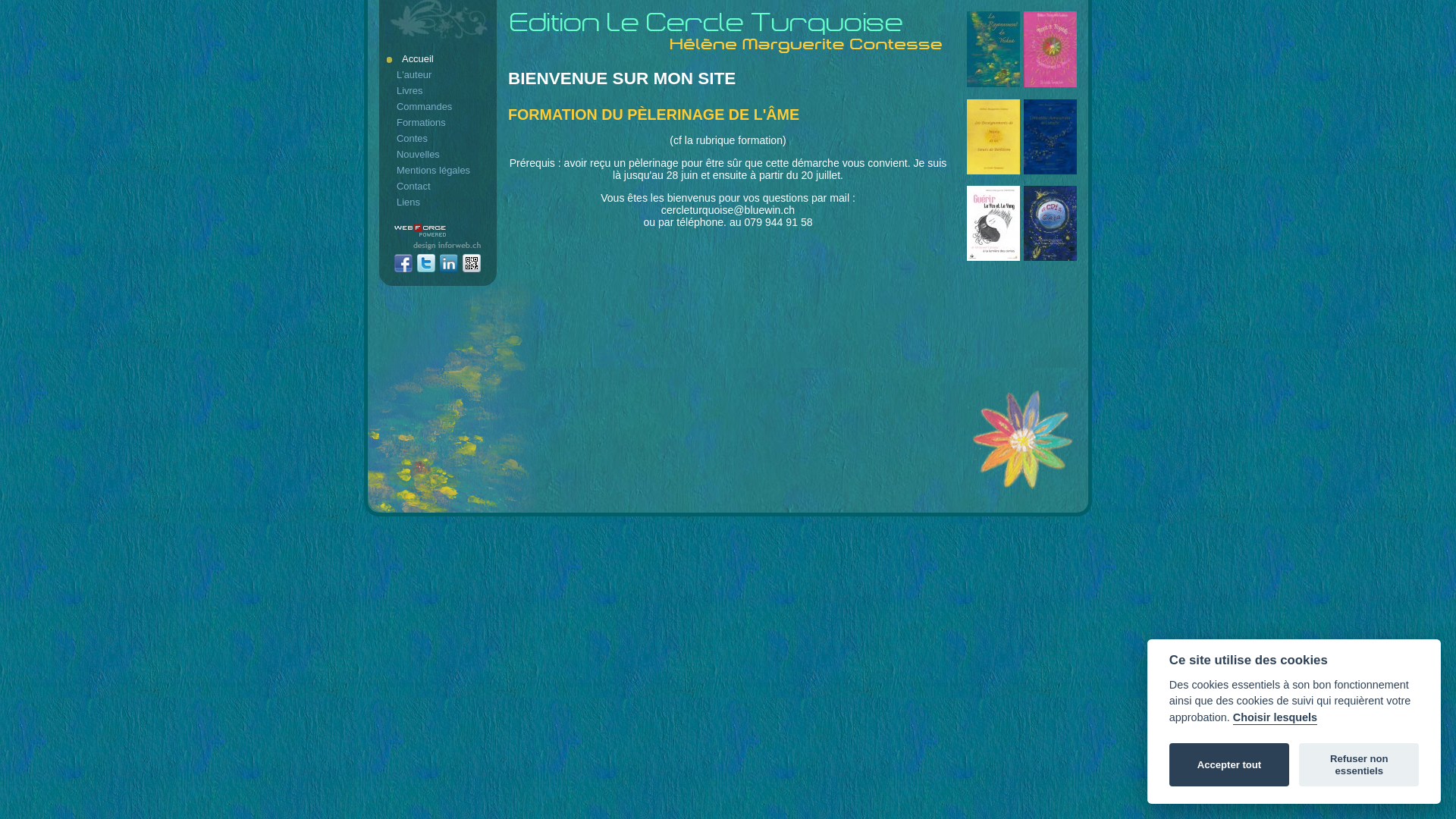 This screenshot has height=819, width=1456. I want to click on 'Formations', so click(438, 121).